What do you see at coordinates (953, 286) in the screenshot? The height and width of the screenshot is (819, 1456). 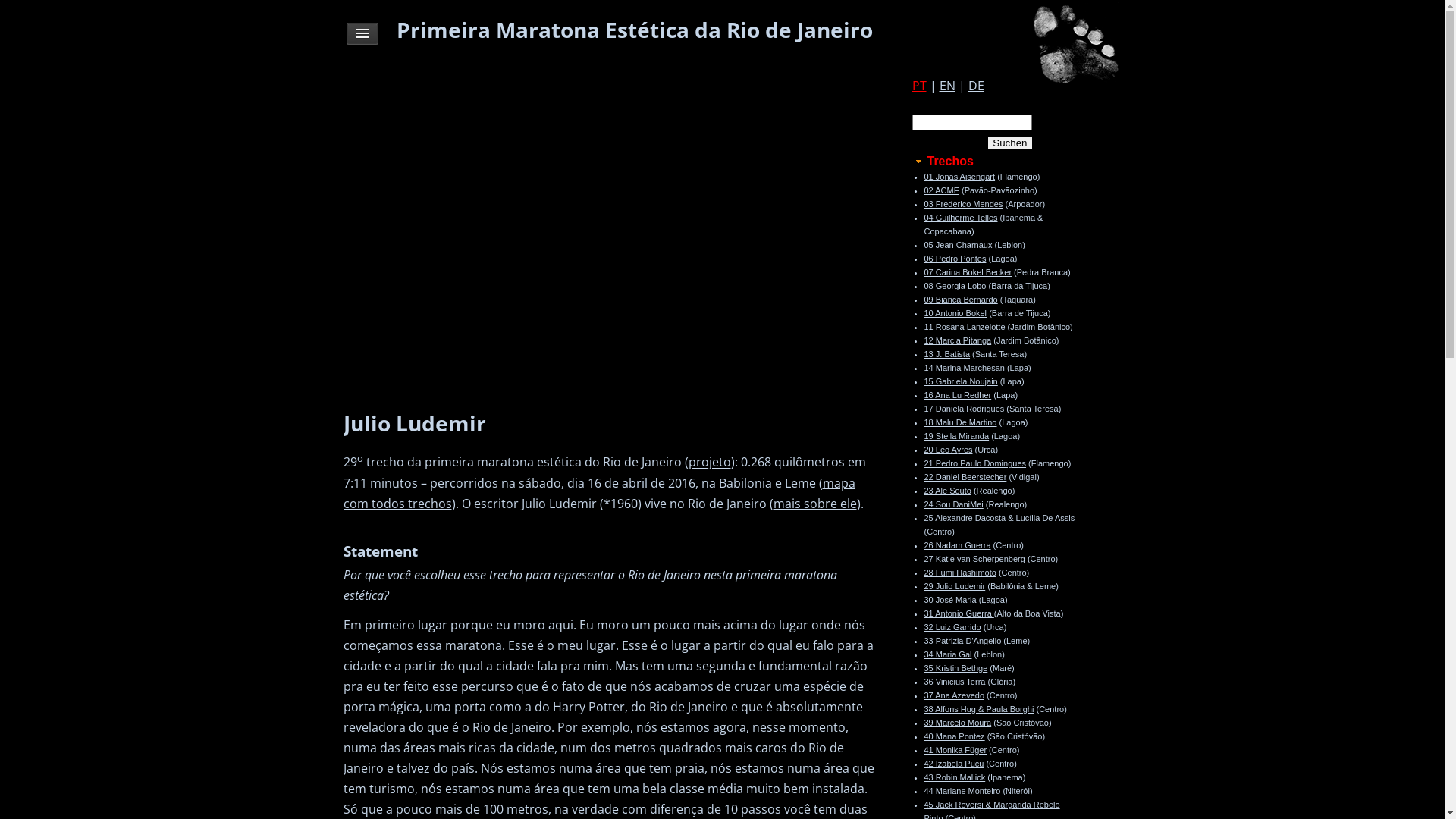 I see `'08 Georgia Lobo'` at bounding box center [953, 286].